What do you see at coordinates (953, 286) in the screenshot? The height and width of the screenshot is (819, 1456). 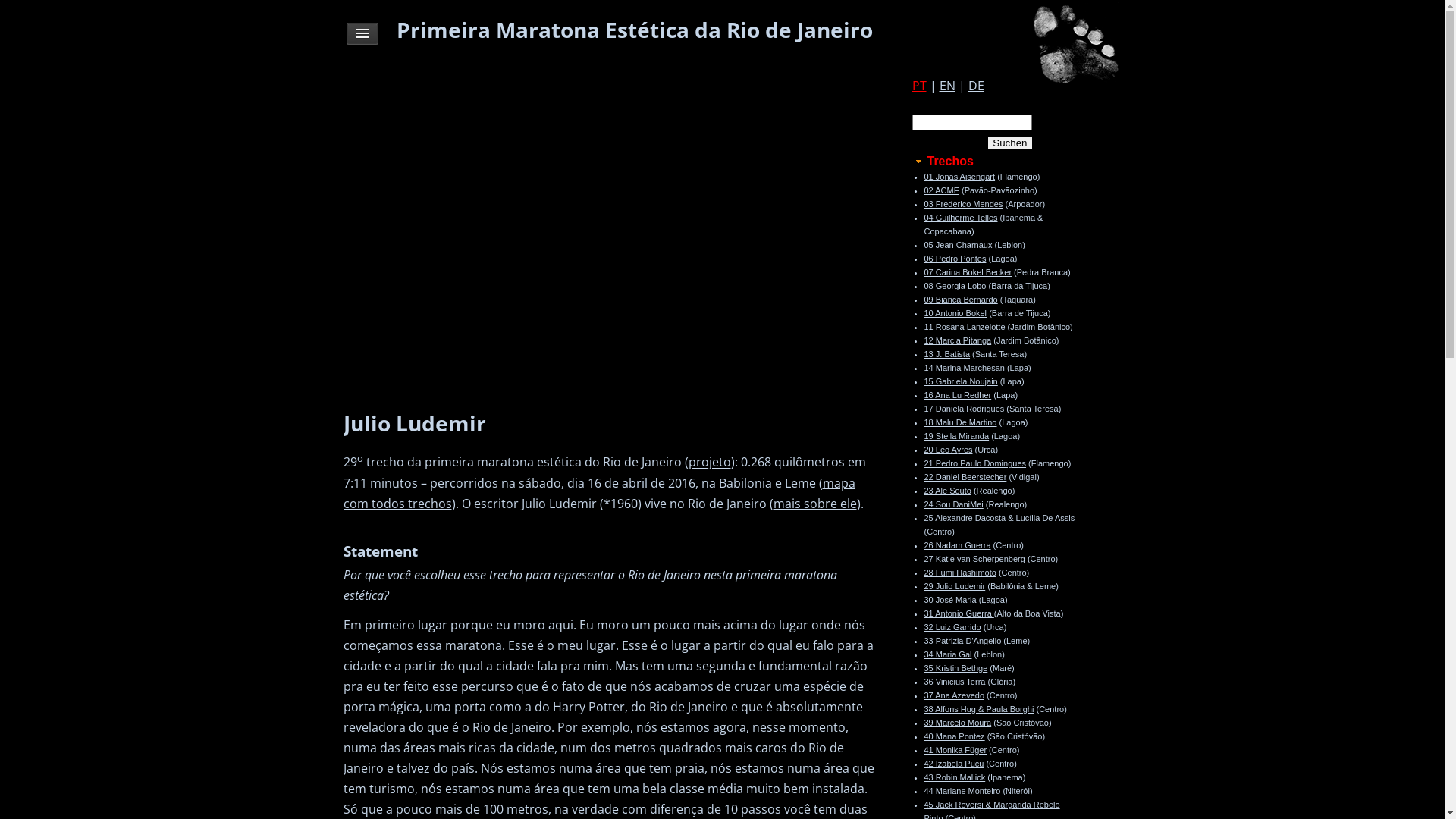 I see `'08 Georgia Lobo'` at bounding box center [953, 286].